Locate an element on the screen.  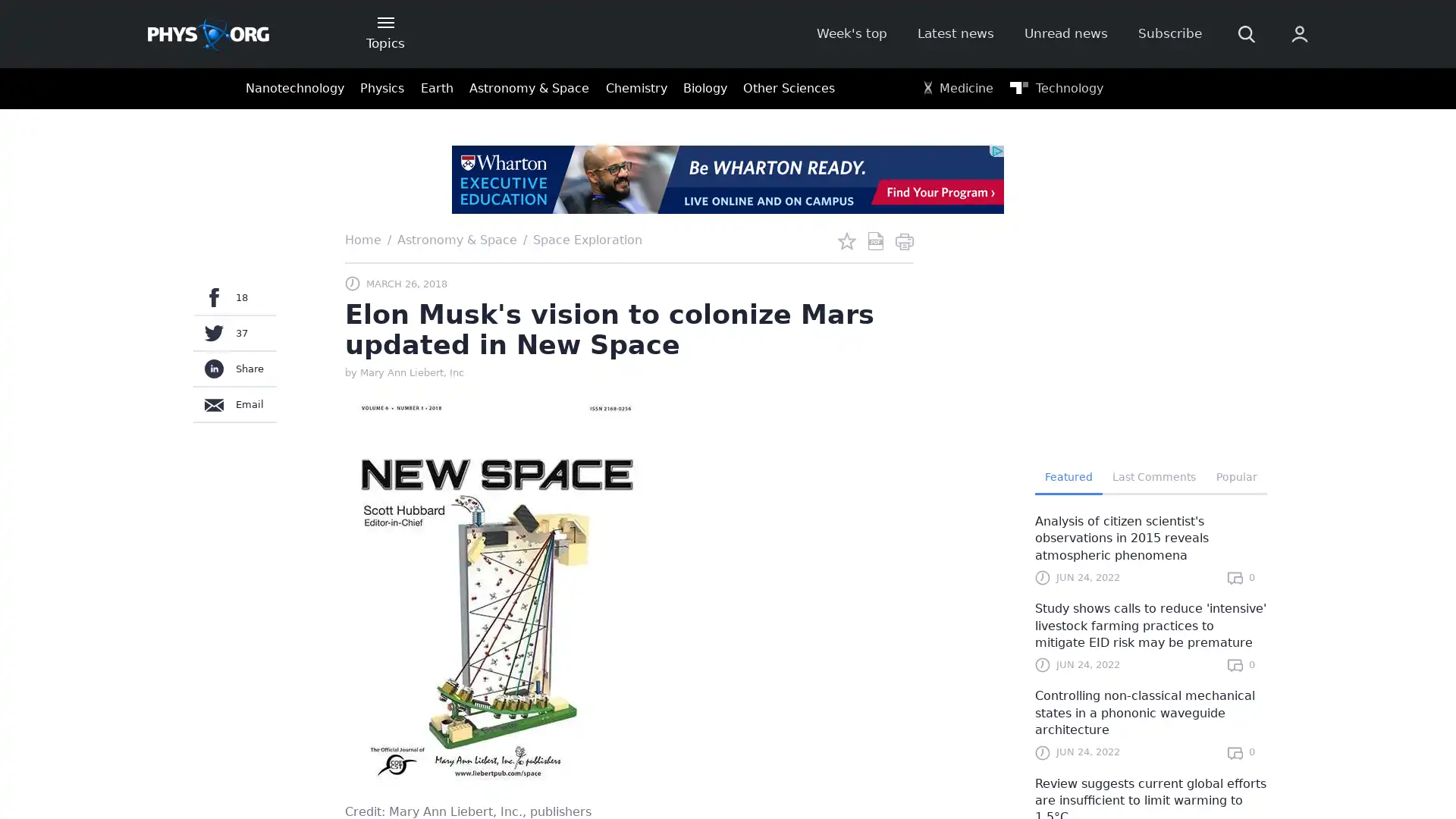
Sign In is located at coordinates (1112, 256).